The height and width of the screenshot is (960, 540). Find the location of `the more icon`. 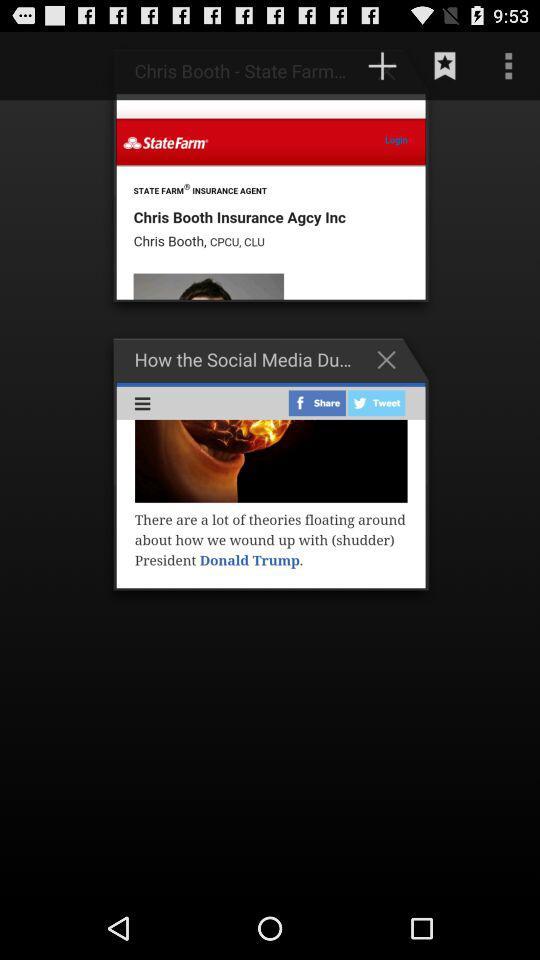

the more icon is located at coordinates (508, 70).